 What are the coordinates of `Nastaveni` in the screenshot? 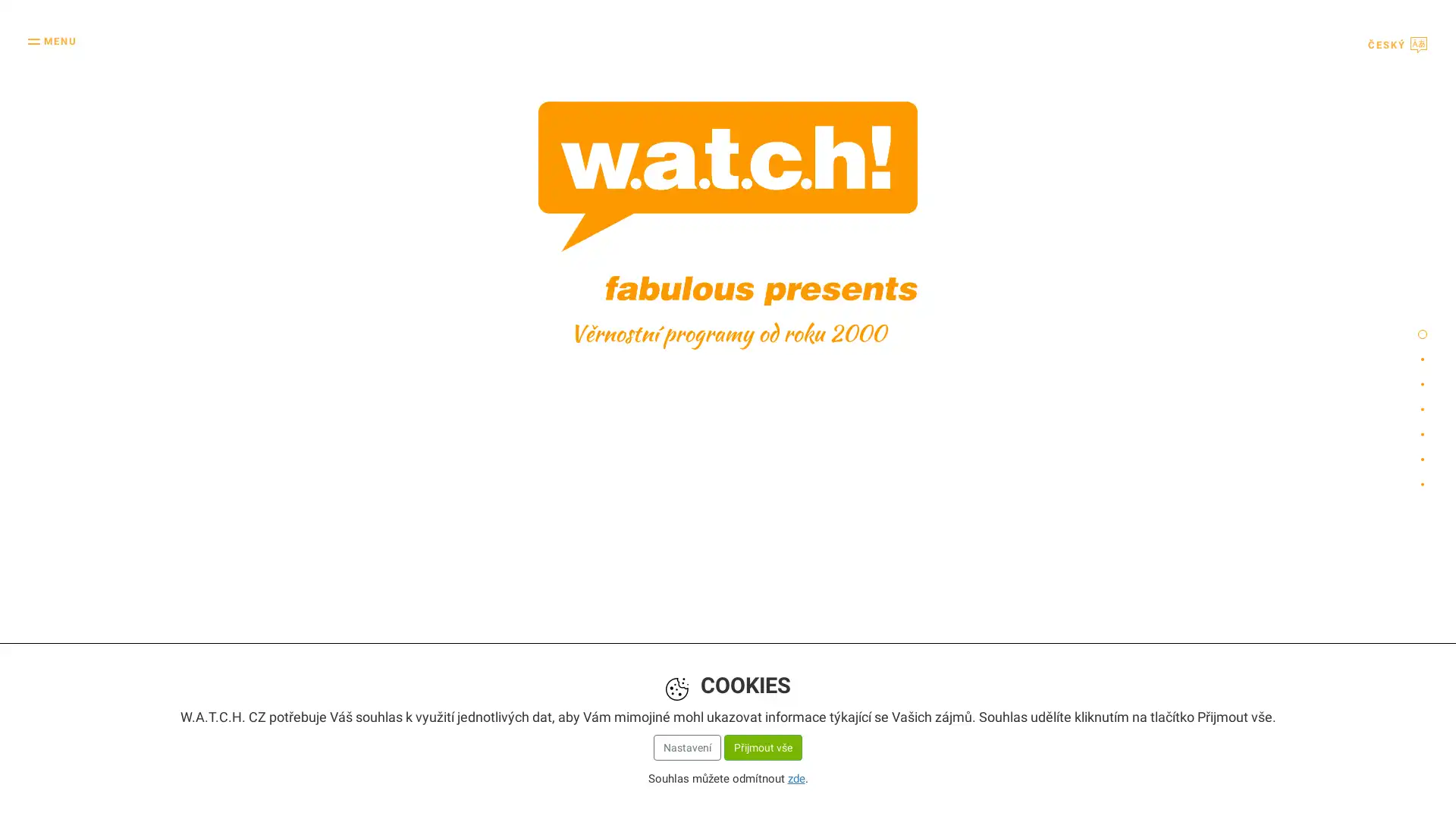 It's located at (686, 745).